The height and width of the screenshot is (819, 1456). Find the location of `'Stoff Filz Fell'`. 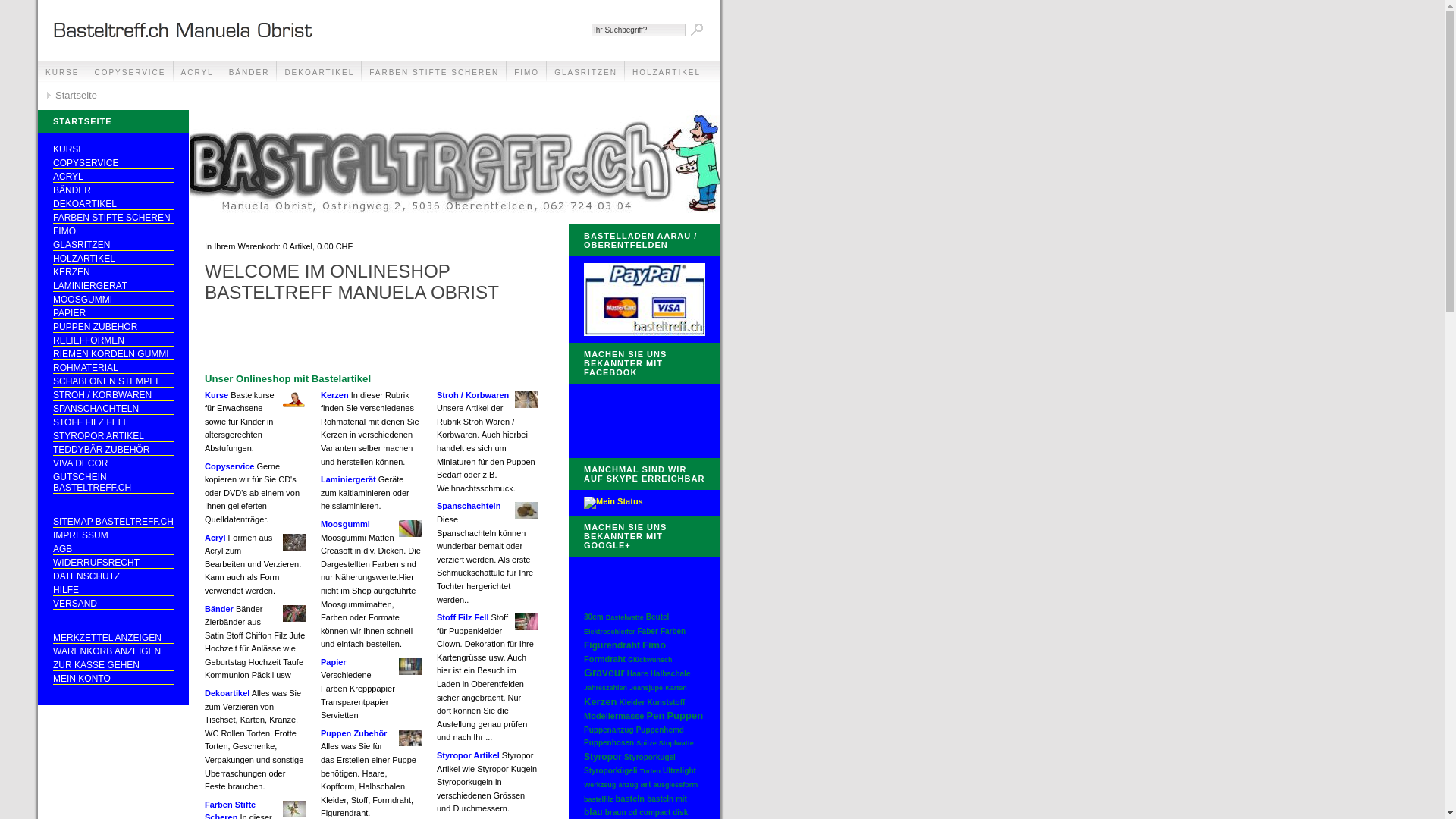

'Stoff Filz Fell' is located at coordinates (461, 617).